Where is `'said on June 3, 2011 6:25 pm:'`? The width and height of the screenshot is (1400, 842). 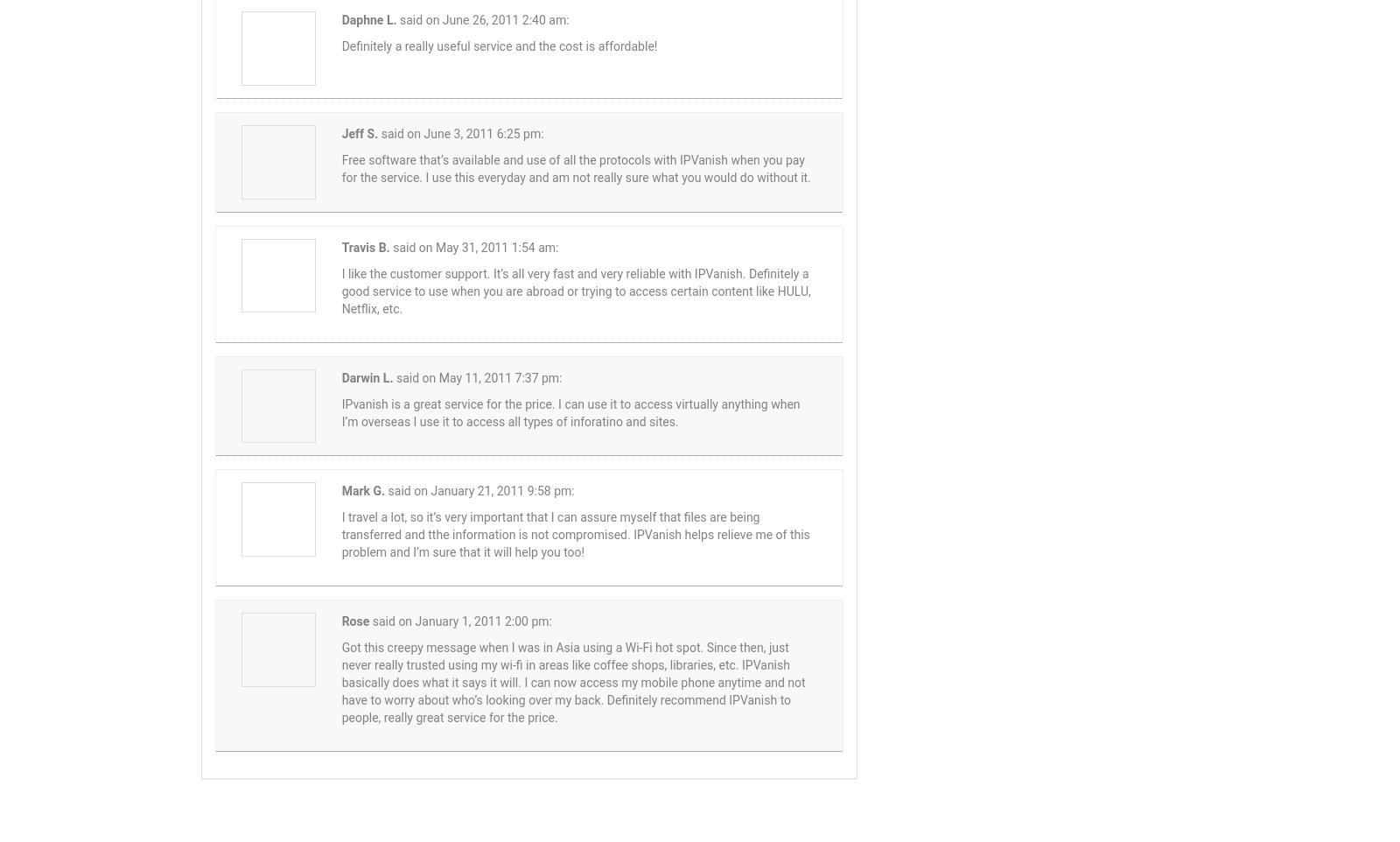
'said on June 3, 2011 6:25 pm:' is located at coordinates (461, 132).